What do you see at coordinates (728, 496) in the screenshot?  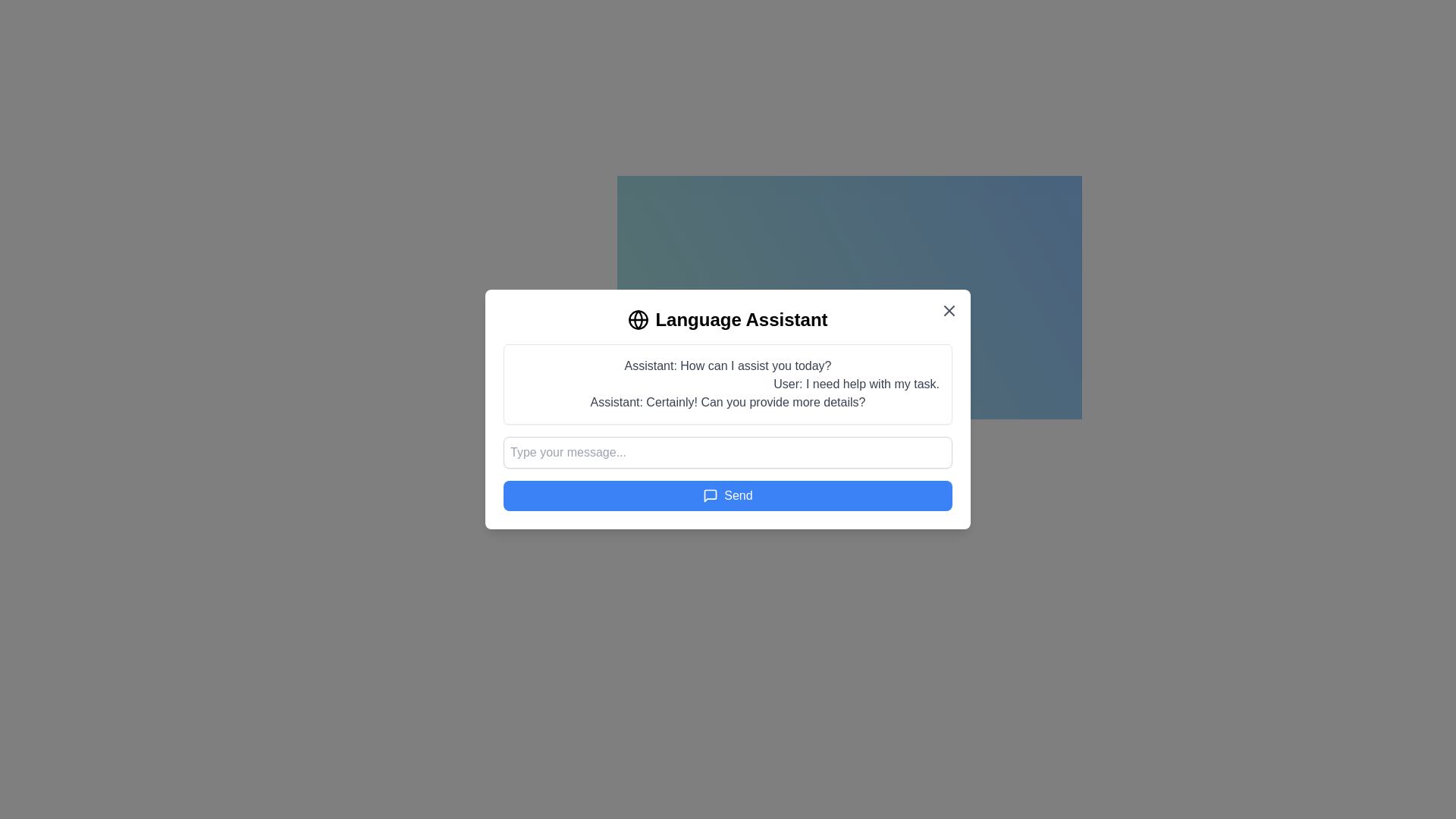 I see `the wide rectangular button with a blue background and white text labeled 'Send' to send a message` at bounding box center [728, 496].